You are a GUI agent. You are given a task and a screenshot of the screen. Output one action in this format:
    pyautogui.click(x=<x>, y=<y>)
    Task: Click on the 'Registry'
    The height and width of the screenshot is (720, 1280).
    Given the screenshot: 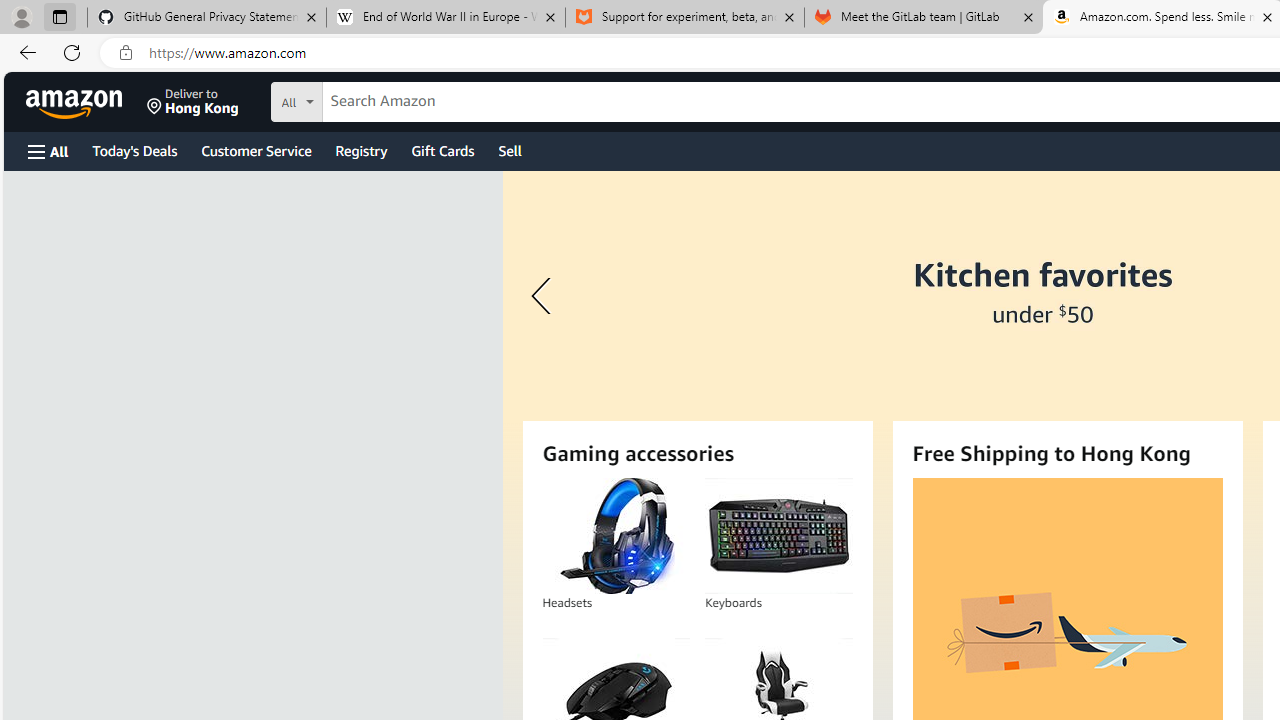 What is the action you would take?
    pyautogui.click(x=360, y=149)
    